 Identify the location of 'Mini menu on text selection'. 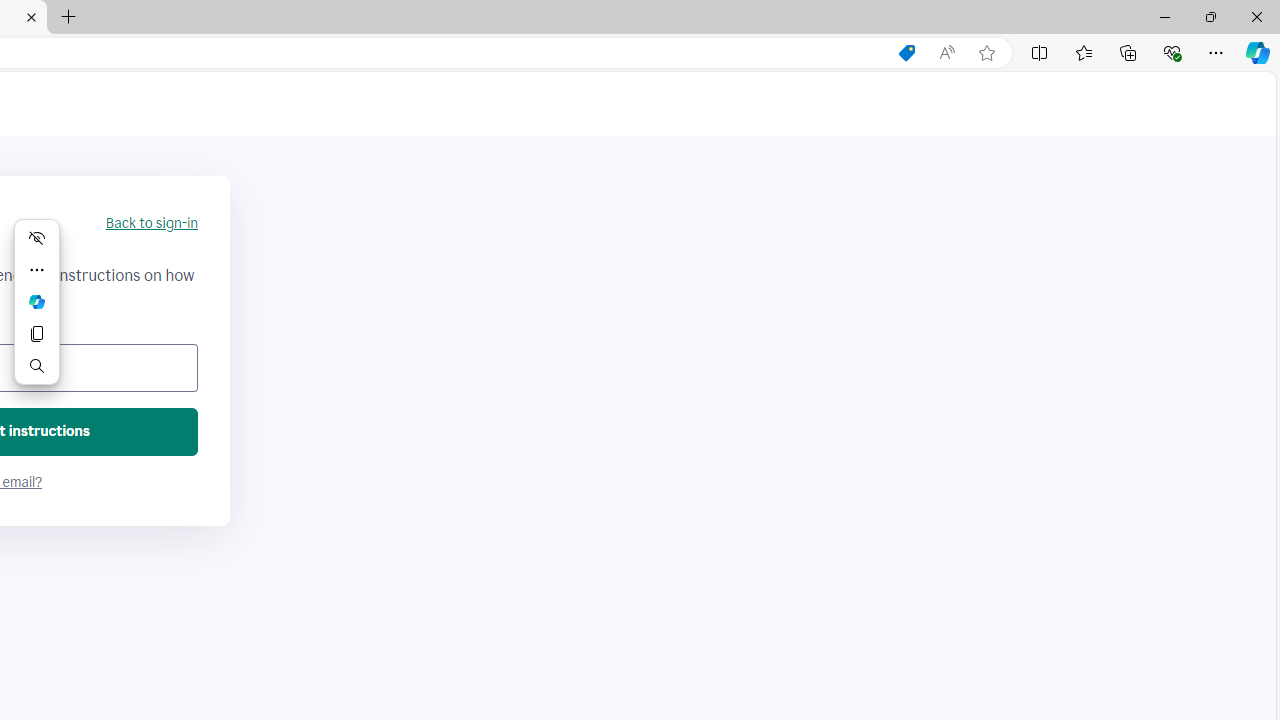
(37, 302).